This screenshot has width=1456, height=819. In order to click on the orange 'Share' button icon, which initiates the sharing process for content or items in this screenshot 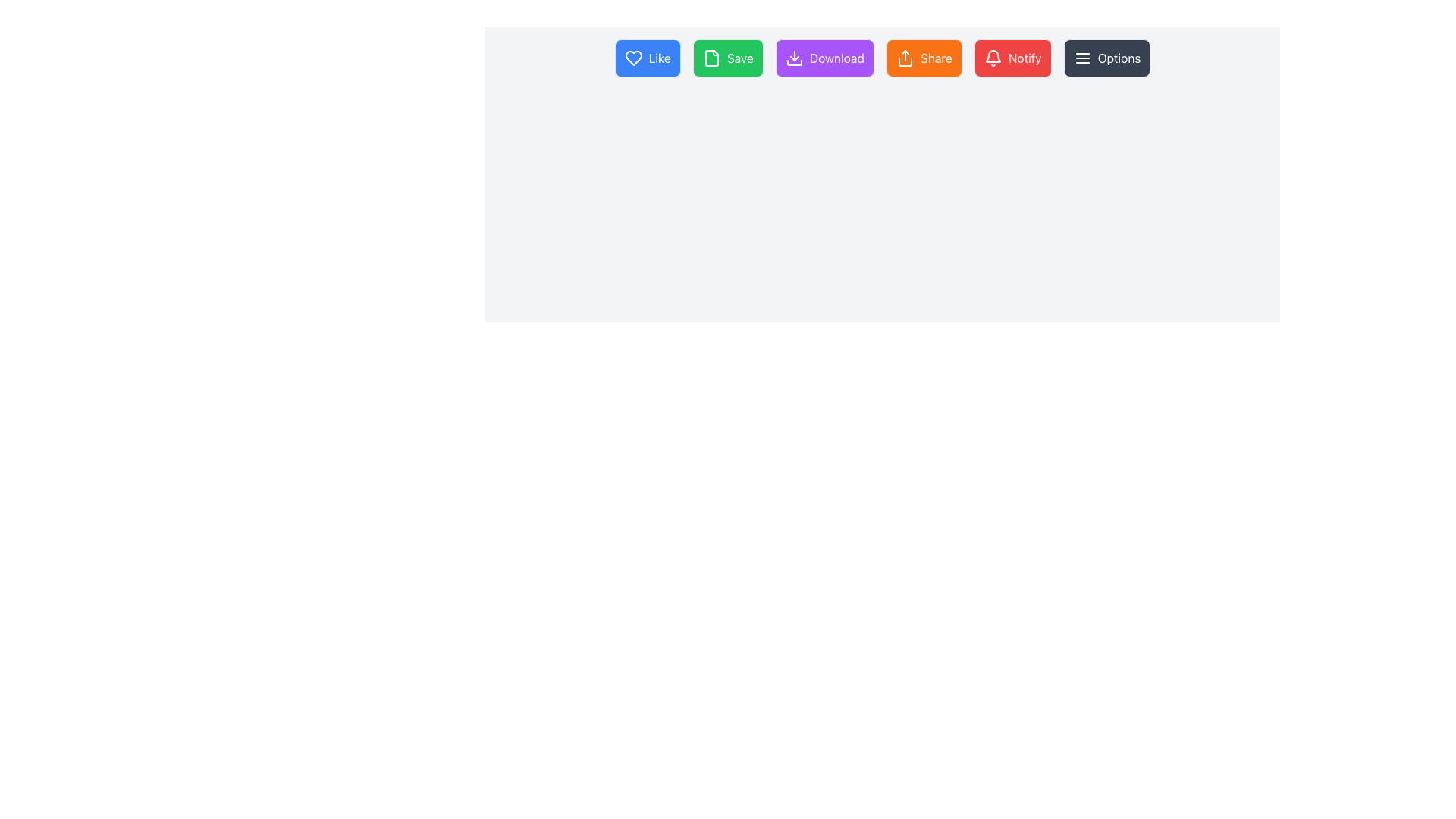, I will do `click(905, 58)`.